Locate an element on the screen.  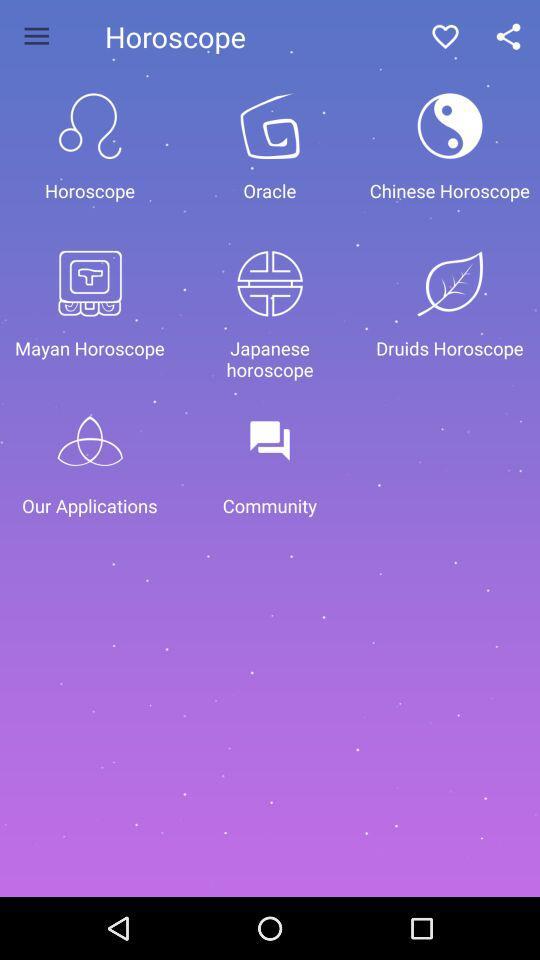
icon next to horoscope item is located at coordinates (36, 35).